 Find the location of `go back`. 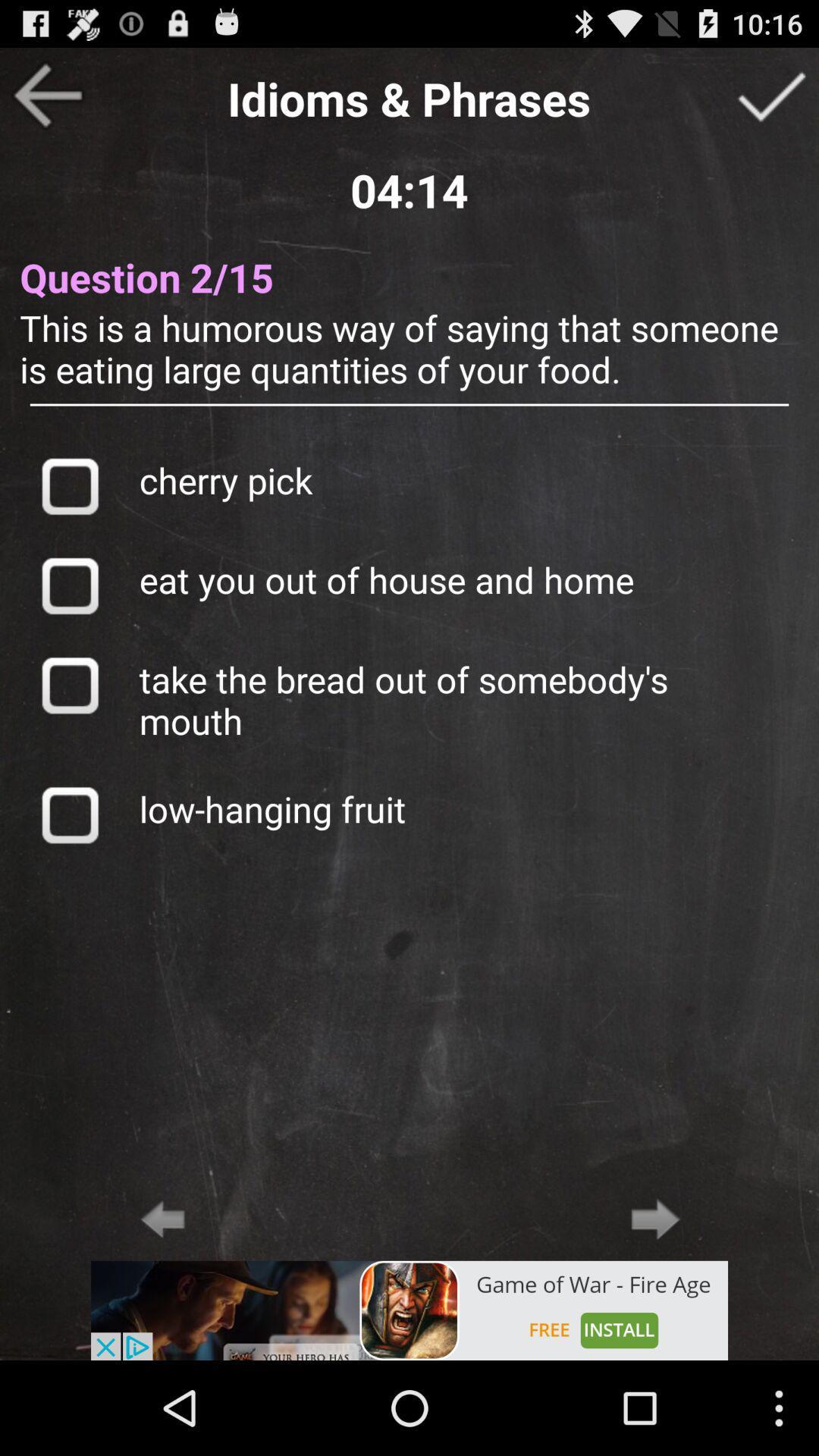

go back is located at coordinates (46, 94).